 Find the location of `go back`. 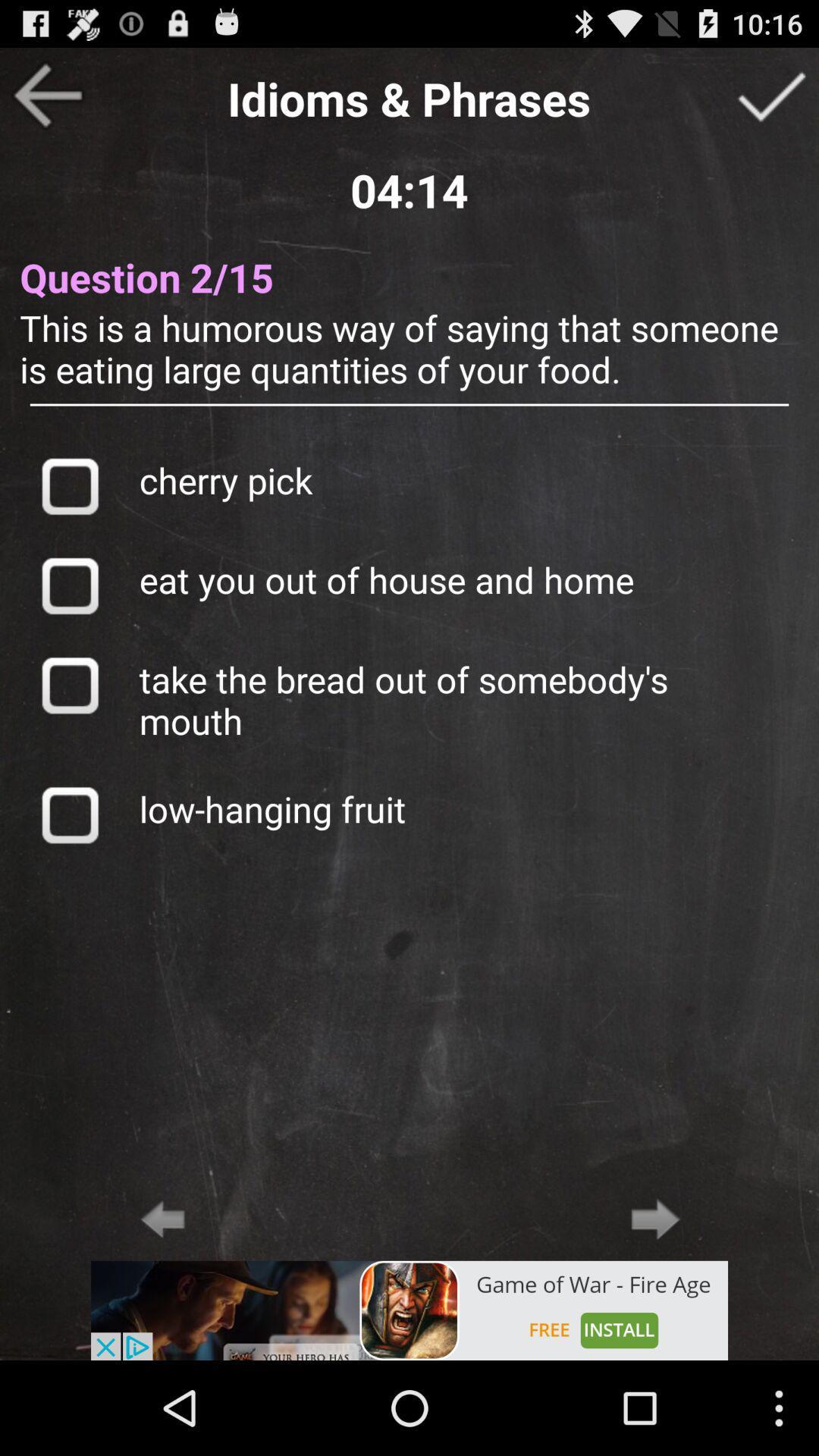

go back is located at coordinates (46, 94).